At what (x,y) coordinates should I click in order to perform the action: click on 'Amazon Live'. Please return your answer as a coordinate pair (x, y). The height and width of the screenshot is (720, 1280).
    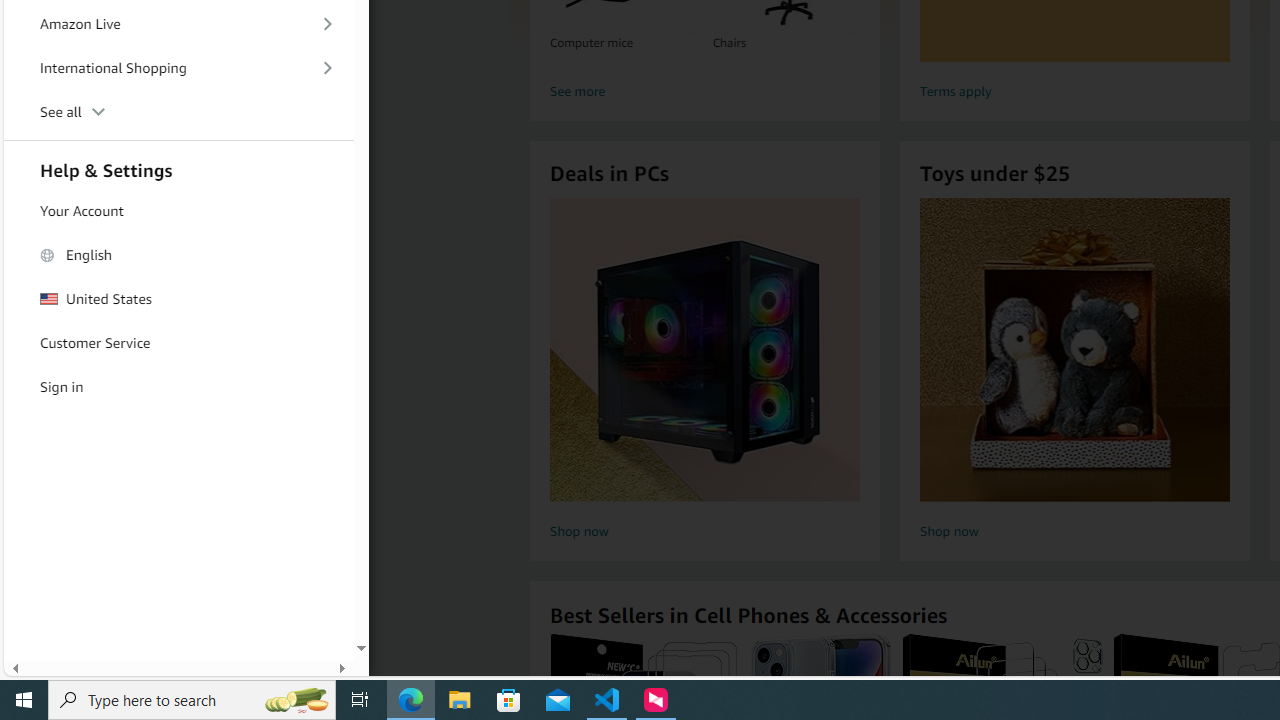
    Looking at the image, I should click on (179, 24).